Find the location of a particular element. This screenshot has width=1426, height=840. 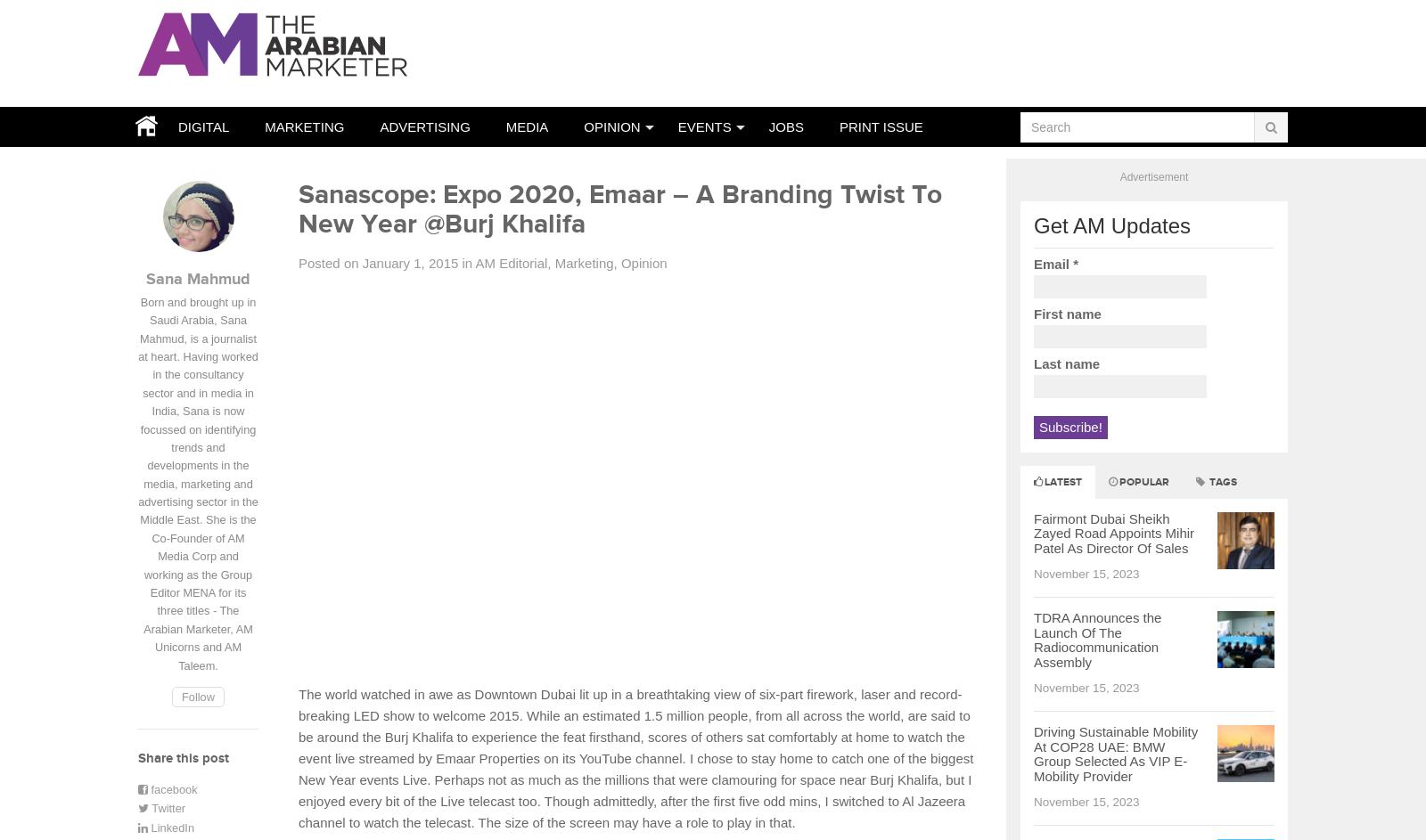

'Twitter' is located at coordinates (166, 807).